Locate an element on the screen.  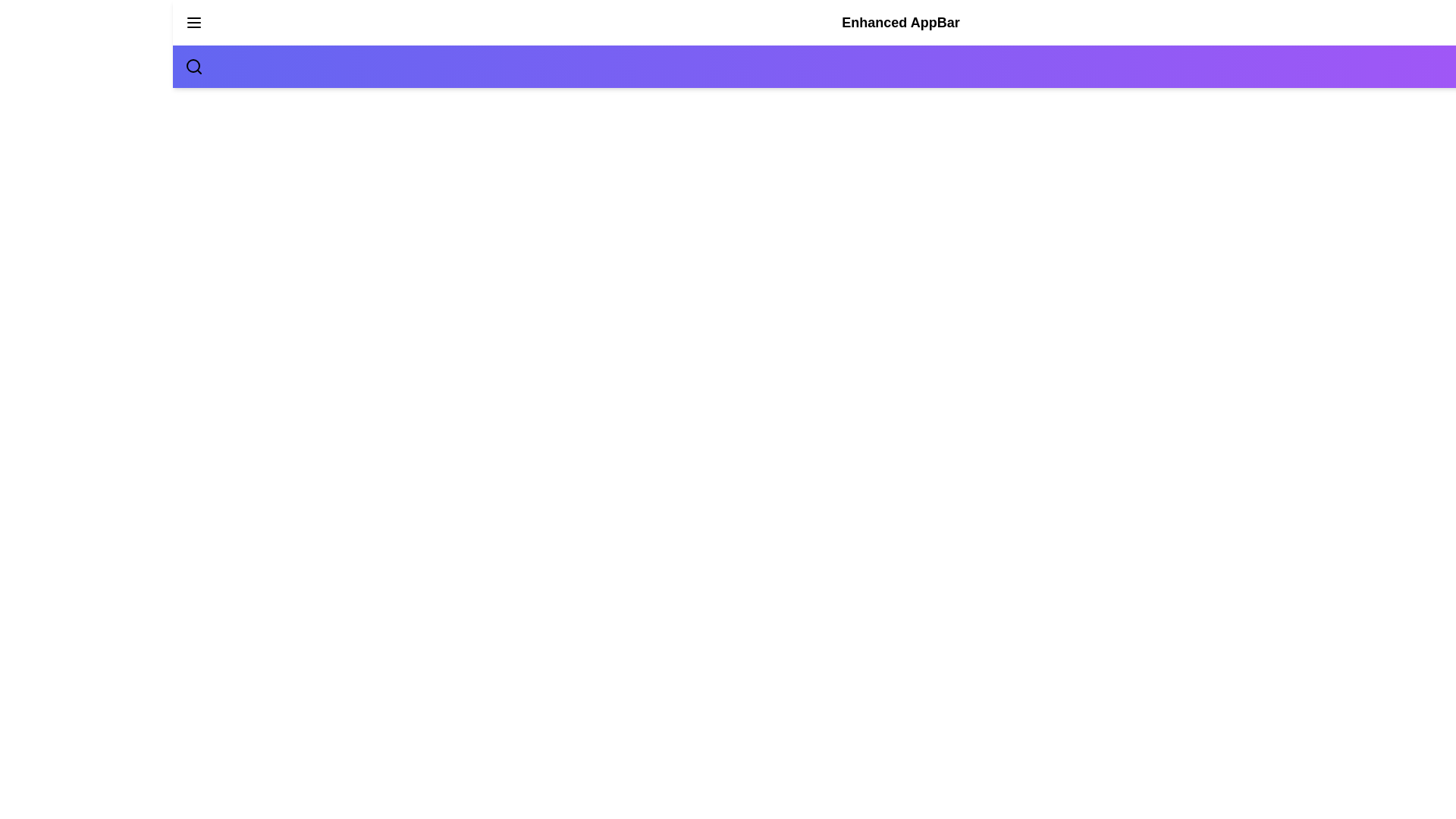
the menu button to toggle the menu visibility is located at coordinates (193, 23).